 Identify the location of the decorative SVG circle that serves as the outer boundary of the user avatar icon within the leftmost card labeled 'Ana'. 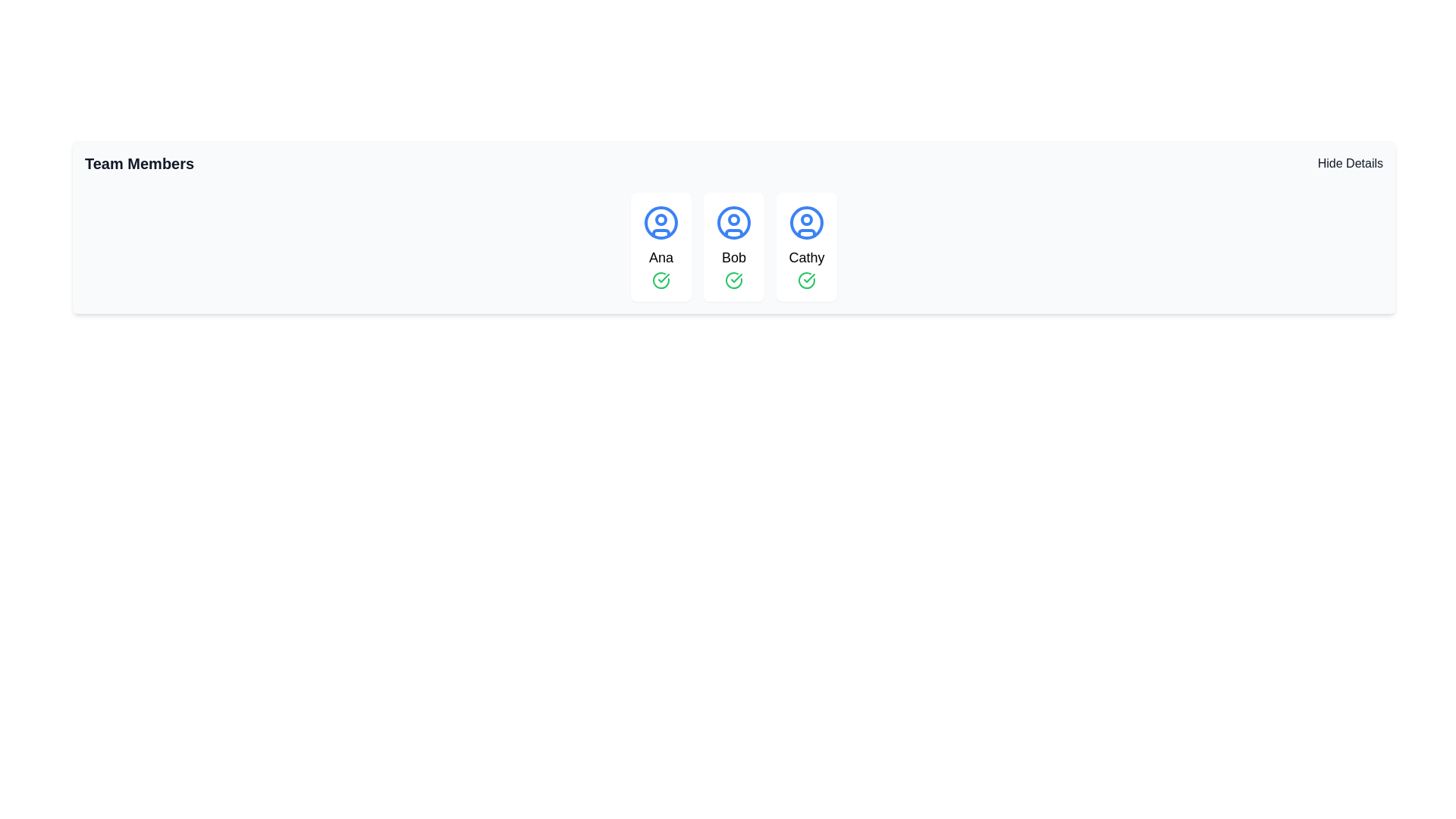
(661, 222).